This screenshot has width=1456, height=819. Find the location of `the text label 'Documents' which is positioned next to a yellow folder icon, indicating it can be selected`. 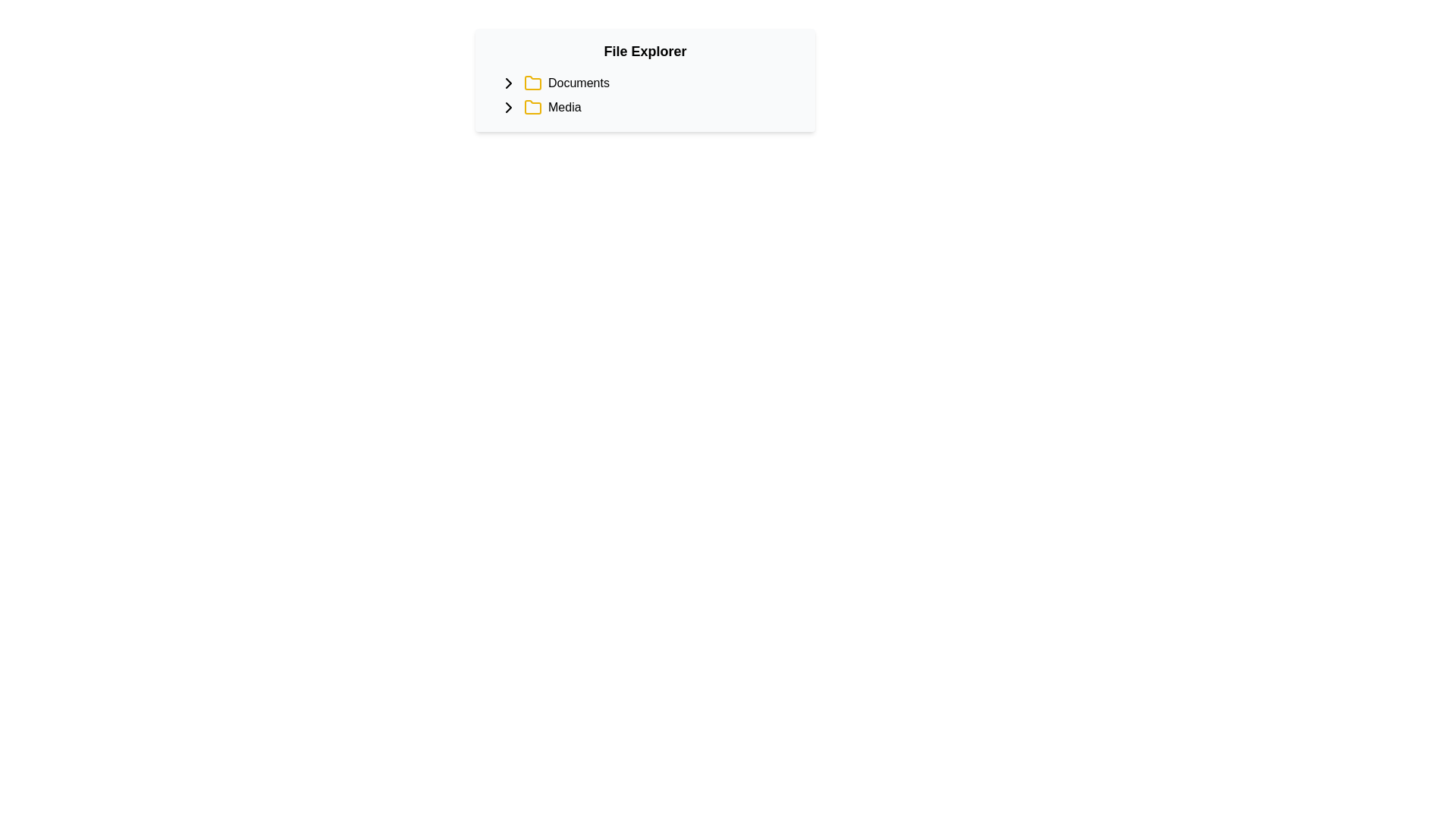

the text label 'Documents' which is positioned next to a yellow folder icon, indicating it can be selected is located at coordinates (578, 83).